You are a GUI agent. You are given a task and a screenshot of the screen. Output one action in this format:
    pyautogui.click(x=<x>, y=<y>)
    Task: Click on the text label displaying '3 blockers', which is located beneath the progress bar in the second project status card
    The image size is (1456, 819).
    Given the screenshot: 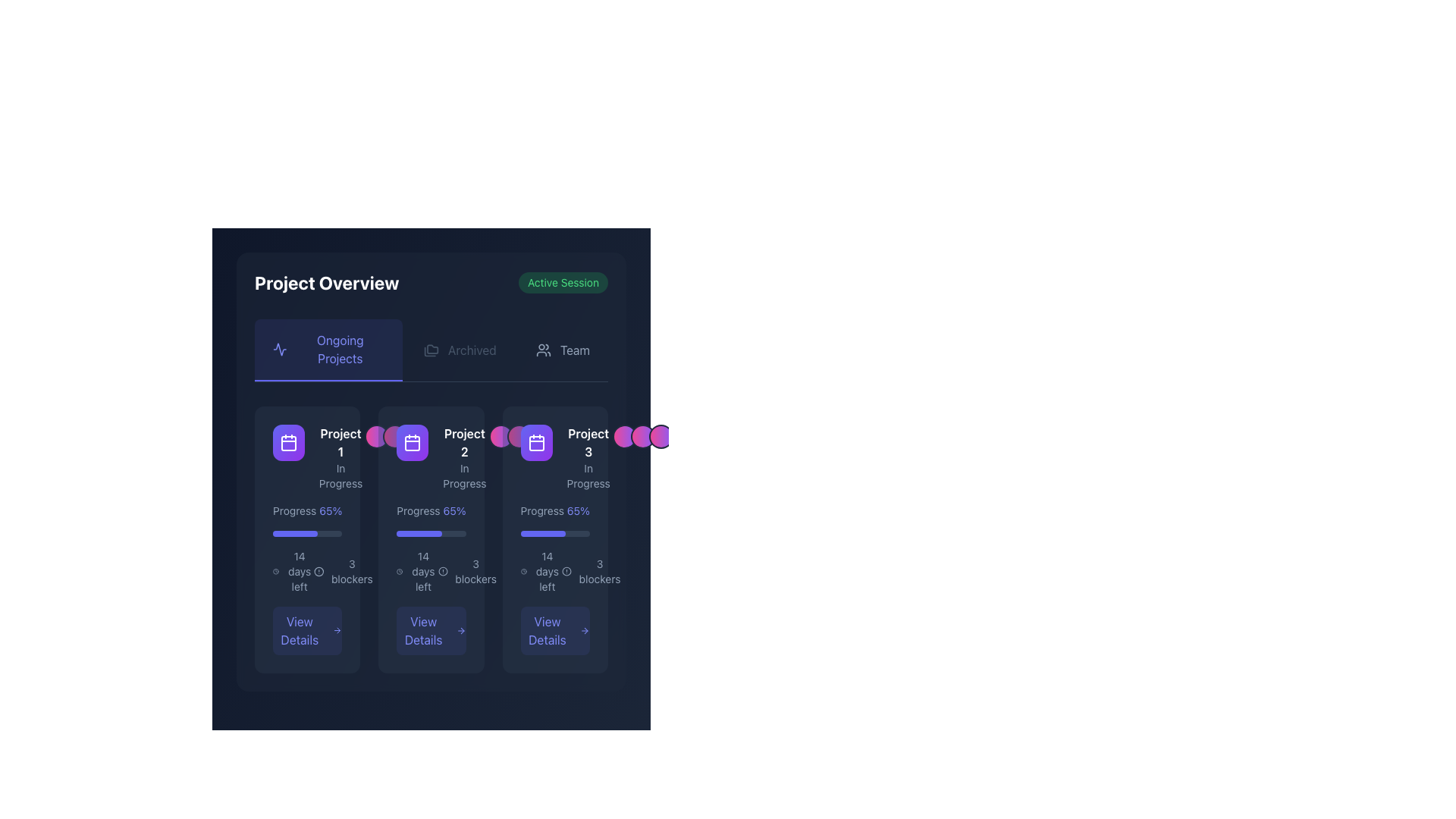 What is the action you would take?
    pyautogui.click(x=475, y=571)
    